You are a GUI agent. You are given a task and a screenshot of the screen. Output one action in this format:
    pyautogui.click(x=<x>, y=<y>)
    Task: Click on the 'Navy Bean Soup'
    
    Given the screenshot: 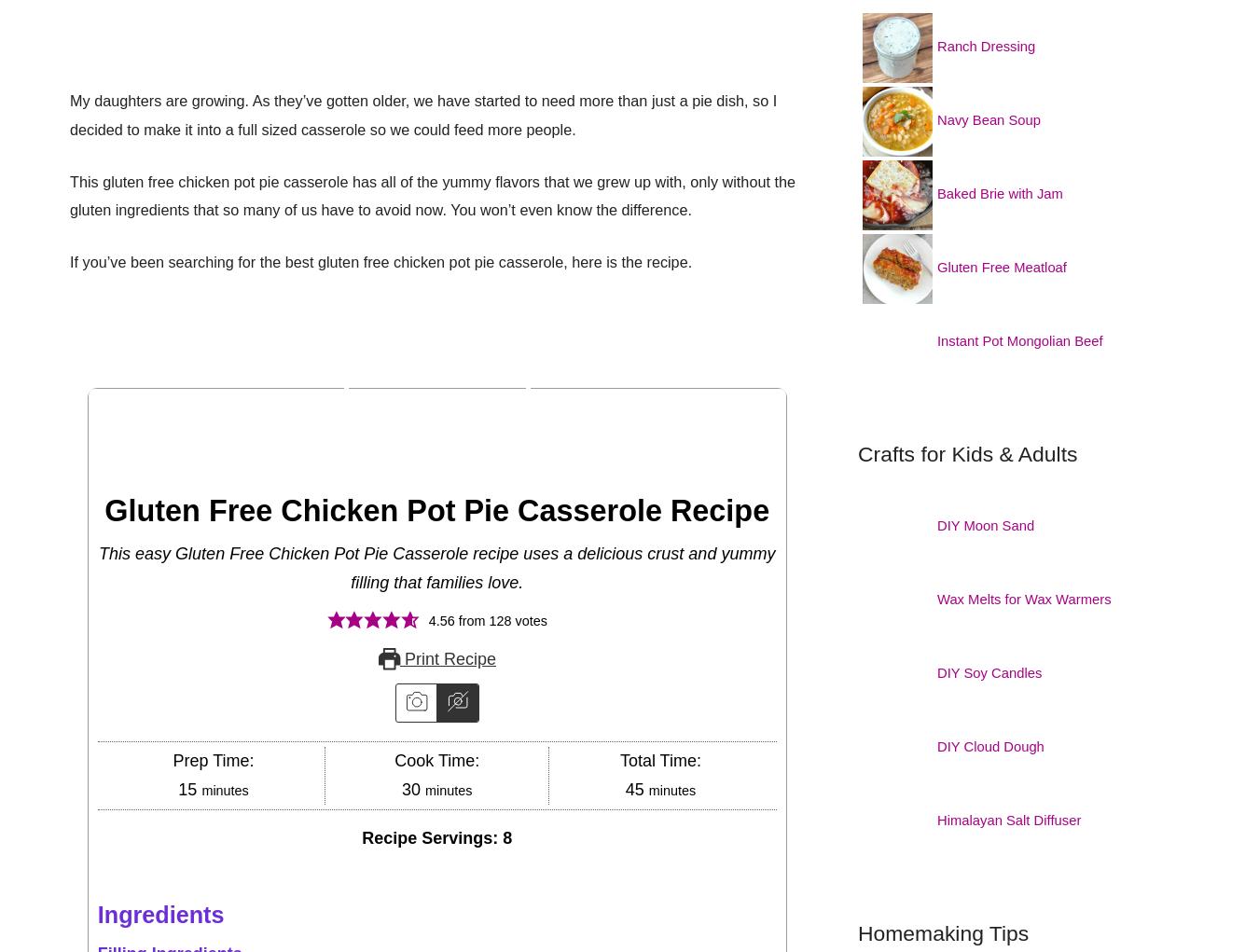 What is the action you would take?
    pyautogui.click(x=993, y=119)
    